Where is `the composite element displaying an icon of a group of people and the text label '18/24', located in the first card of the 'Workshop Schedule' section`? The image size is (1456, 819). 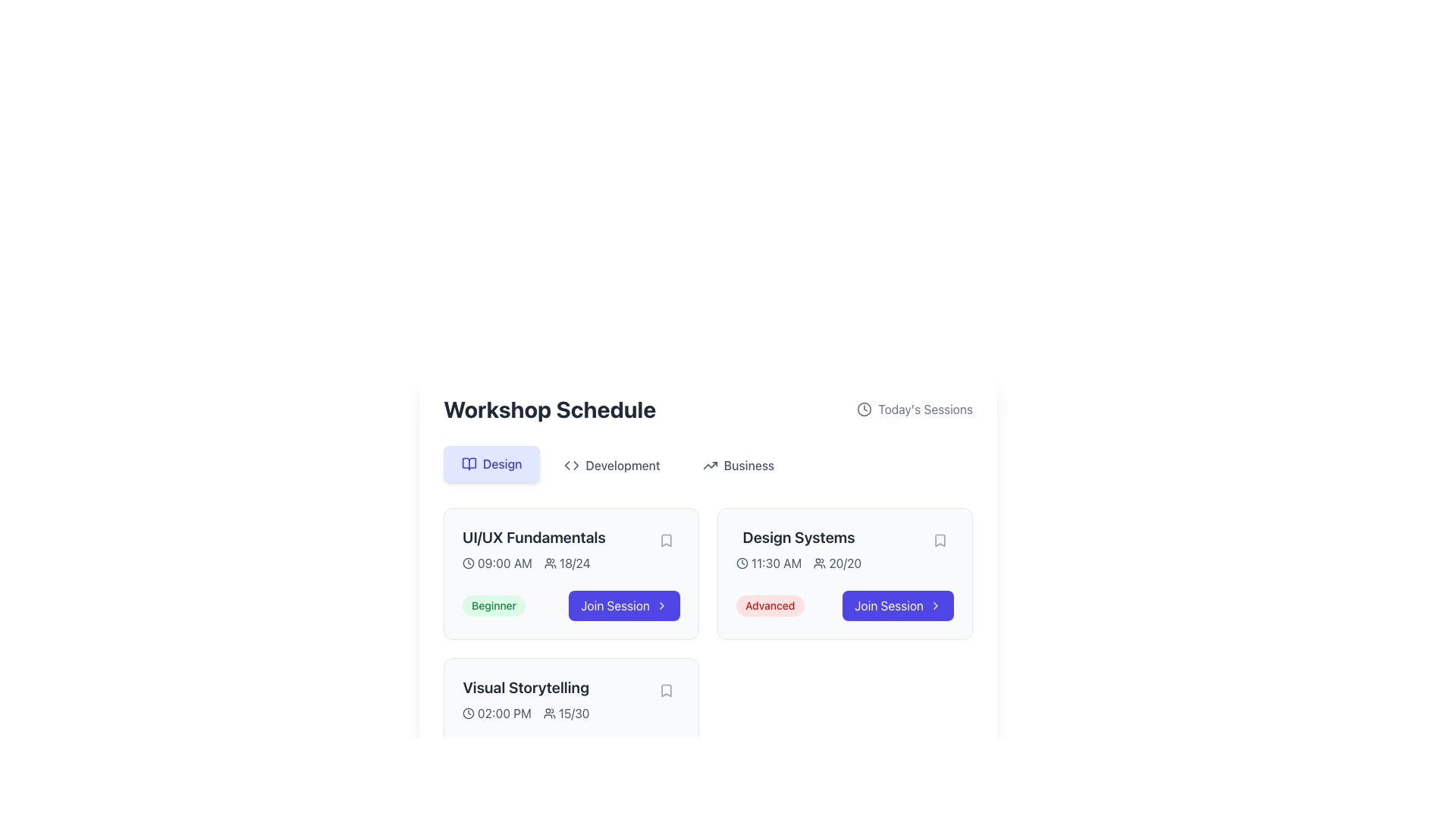 the composite element displaying an icon of a group of people and the text label '18/24', located in the first card of the 'Workshop Schedule' section is located at coordinates (566, 563).